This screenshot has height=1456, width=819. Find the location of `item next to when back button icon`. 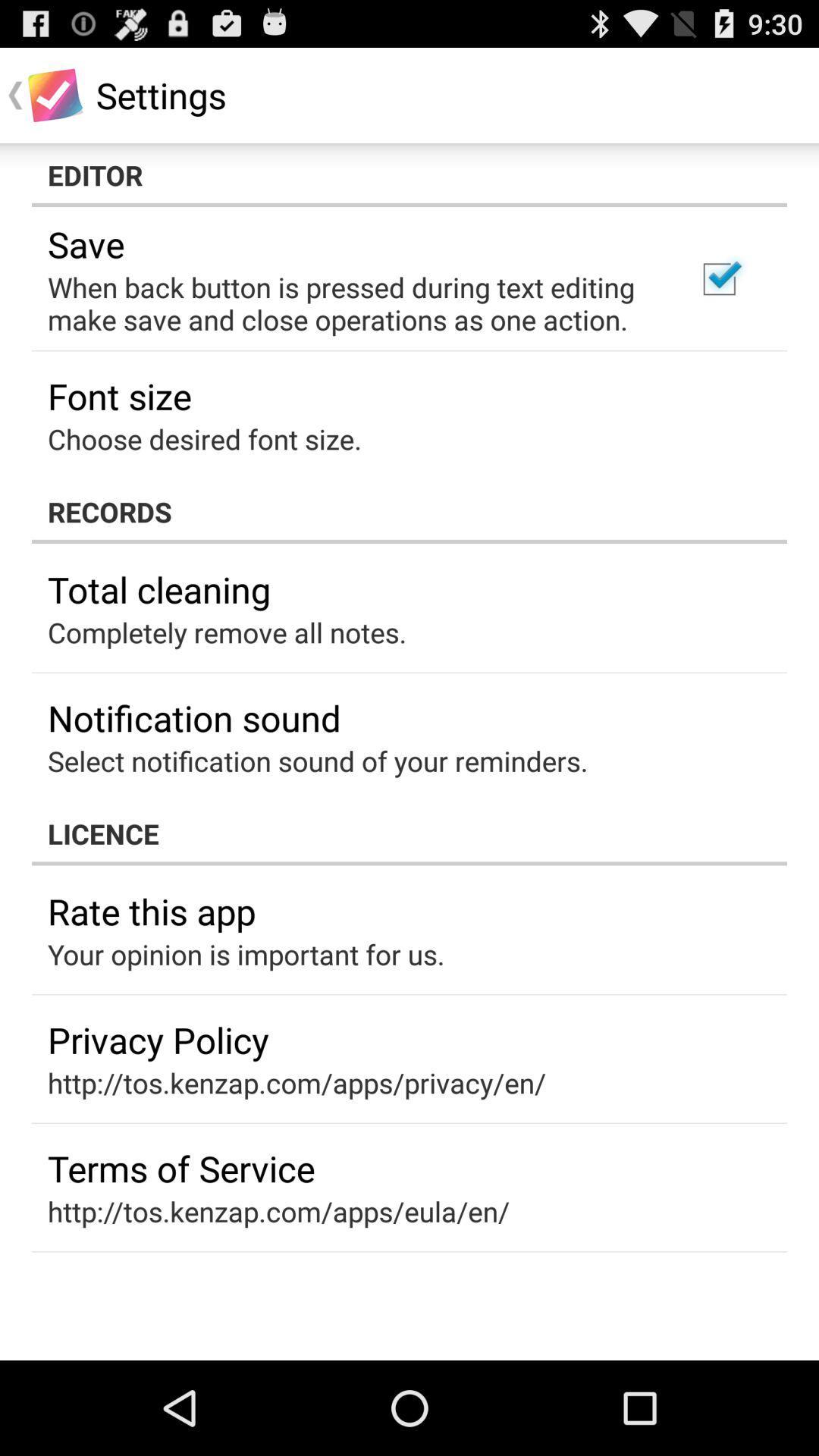

item next to when back button icon is located at coordinates (718, 279).